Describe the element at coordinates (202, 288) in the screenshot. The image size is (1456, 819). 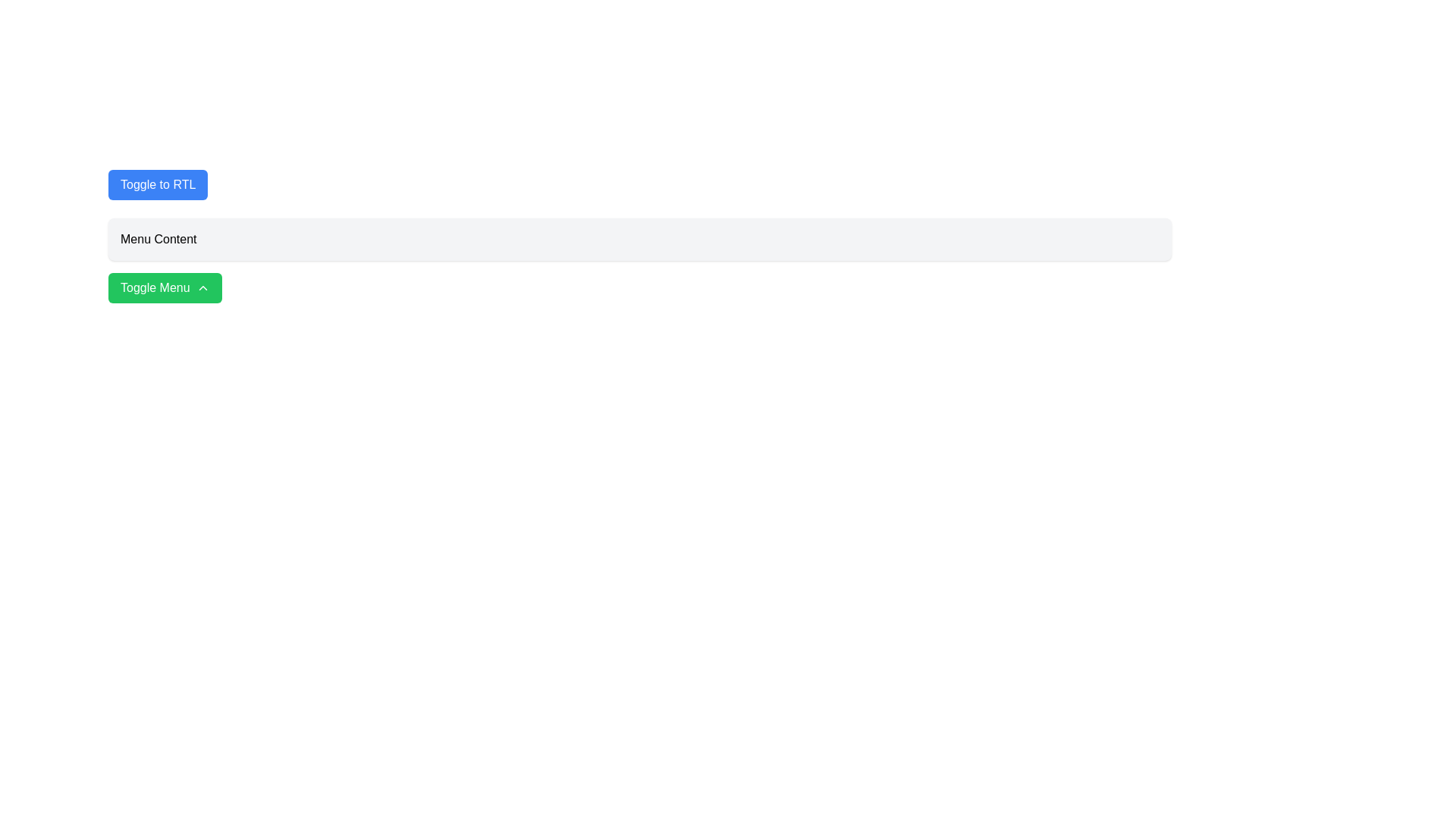
I see `the upward-pointing chevron icon located within the green button labeled 'Toggle Menu'` at that location.